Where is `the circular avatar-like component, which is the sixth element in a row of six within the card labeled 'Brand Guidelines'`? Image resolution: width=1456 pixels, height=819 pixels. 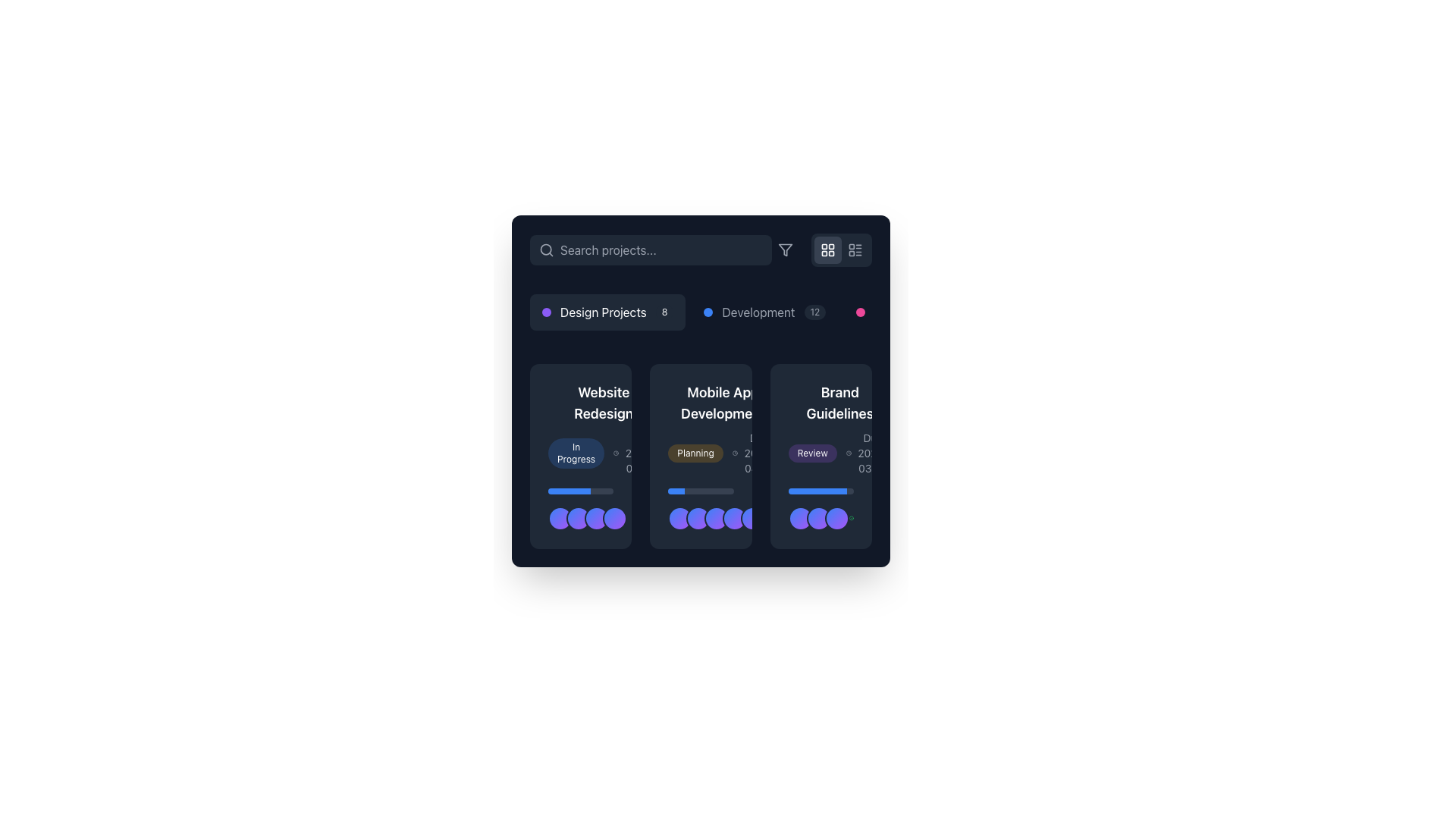
the circular avatar-like component, which is the sixth element in a row of six within the card labeled 'Brand Guidelines' is located at coordinates (771, 517).